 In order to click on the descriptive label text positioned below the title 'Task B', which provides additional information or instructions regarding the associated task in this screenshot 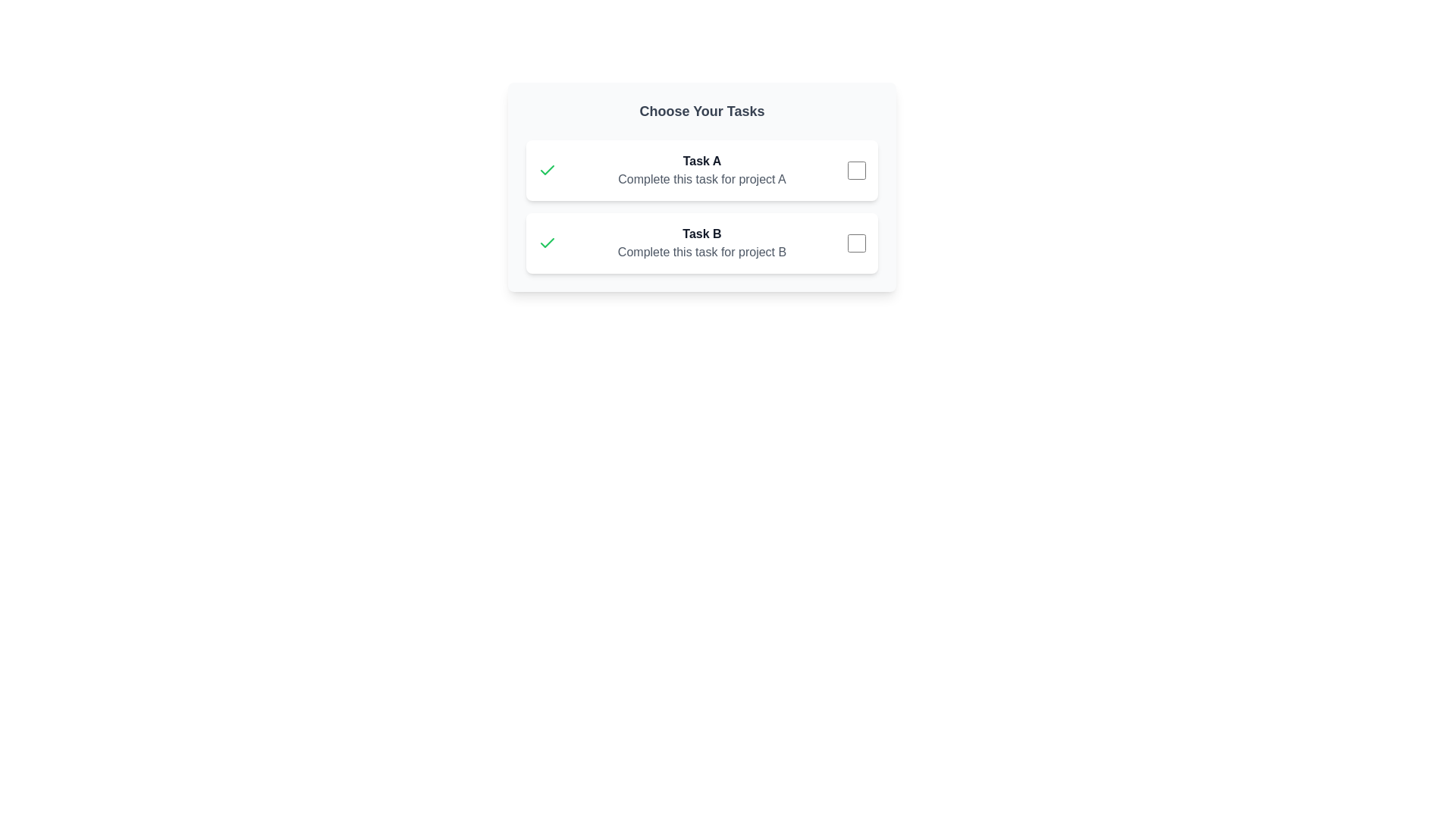, I will do `click(701, 251)`.